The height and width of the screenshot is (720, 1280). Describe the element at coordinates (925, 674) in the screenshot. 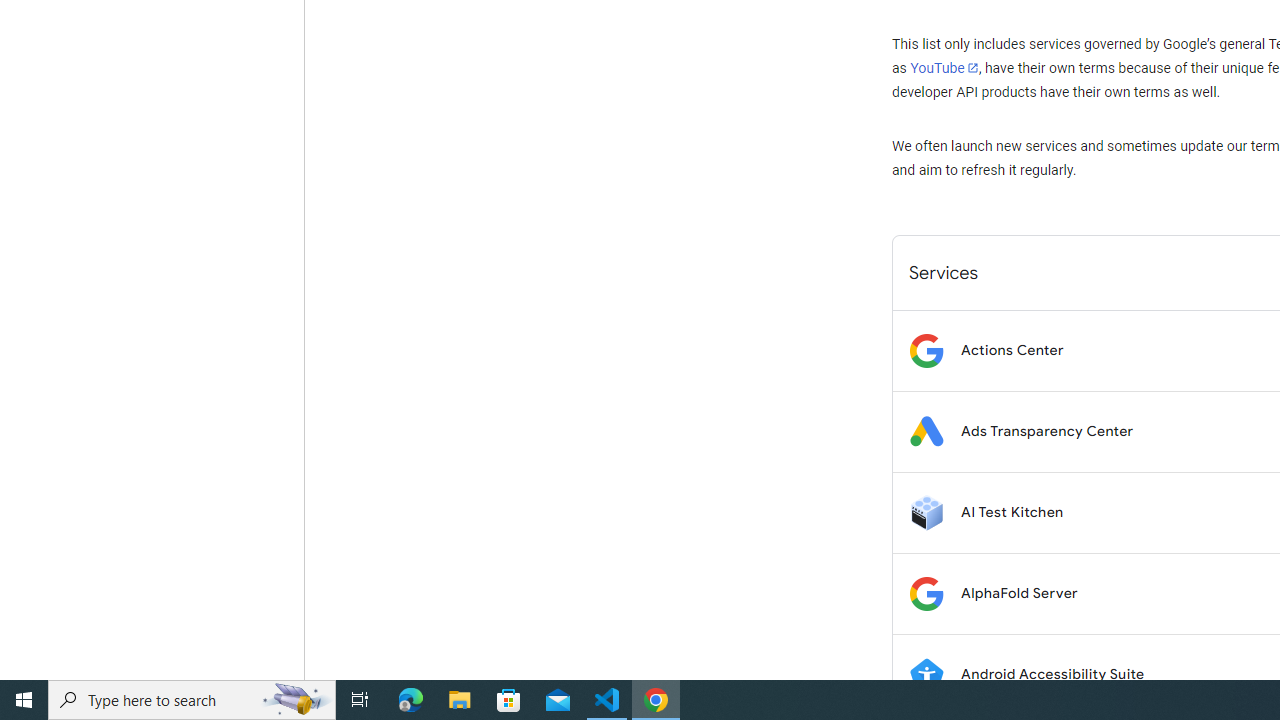

I see `'Logo for Android Accessibility Suite'` at that location.